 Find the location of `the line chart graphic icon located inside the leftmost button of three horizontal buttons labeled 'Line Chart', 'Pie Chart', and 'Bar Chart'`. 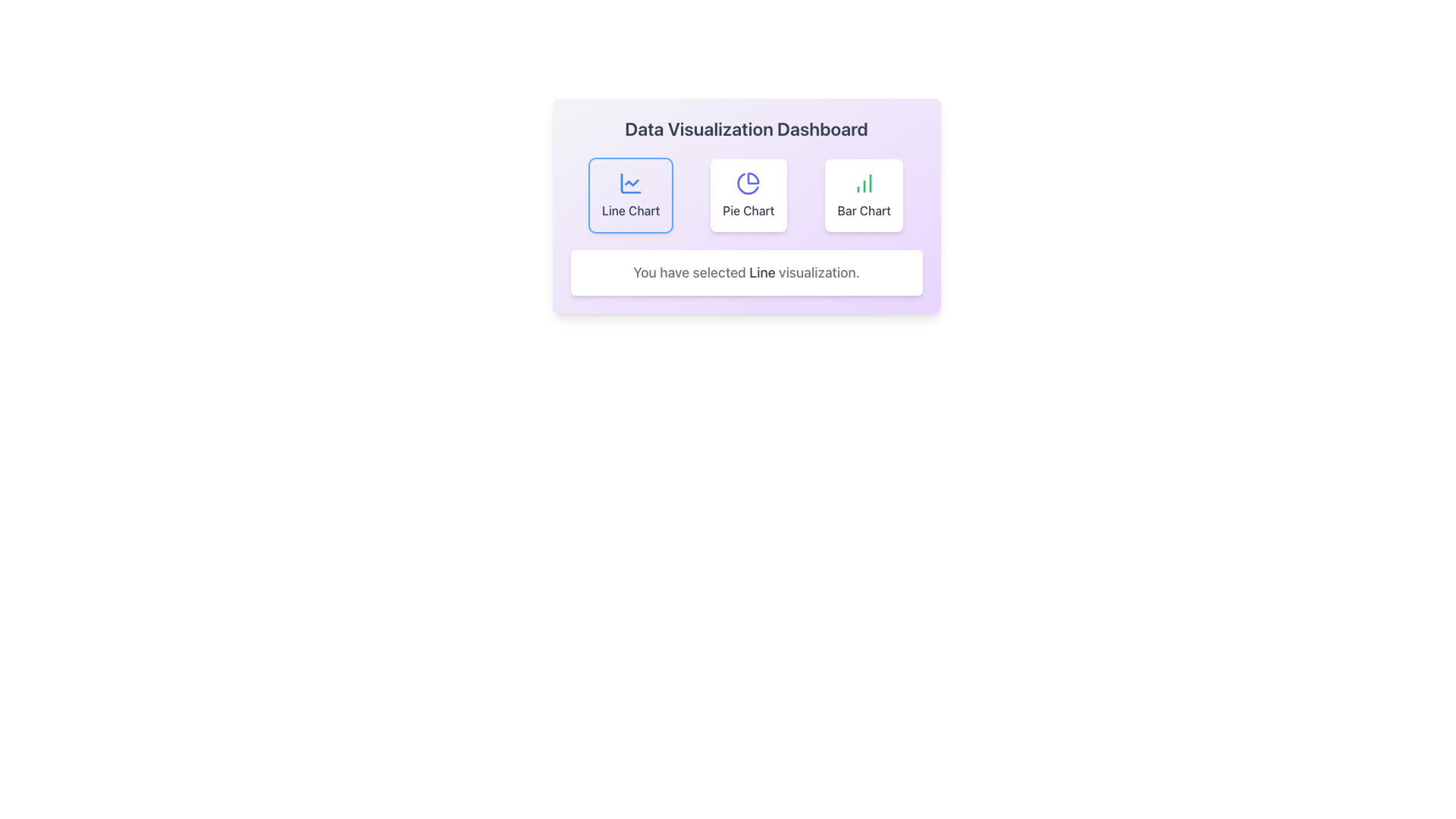

the line chart graphic icon located inside the leftmost button of three horizontal buttons labeled 'Line Chart', 'Pie Chart', and 'Bar Chart' is located at coordinates (632, 182).